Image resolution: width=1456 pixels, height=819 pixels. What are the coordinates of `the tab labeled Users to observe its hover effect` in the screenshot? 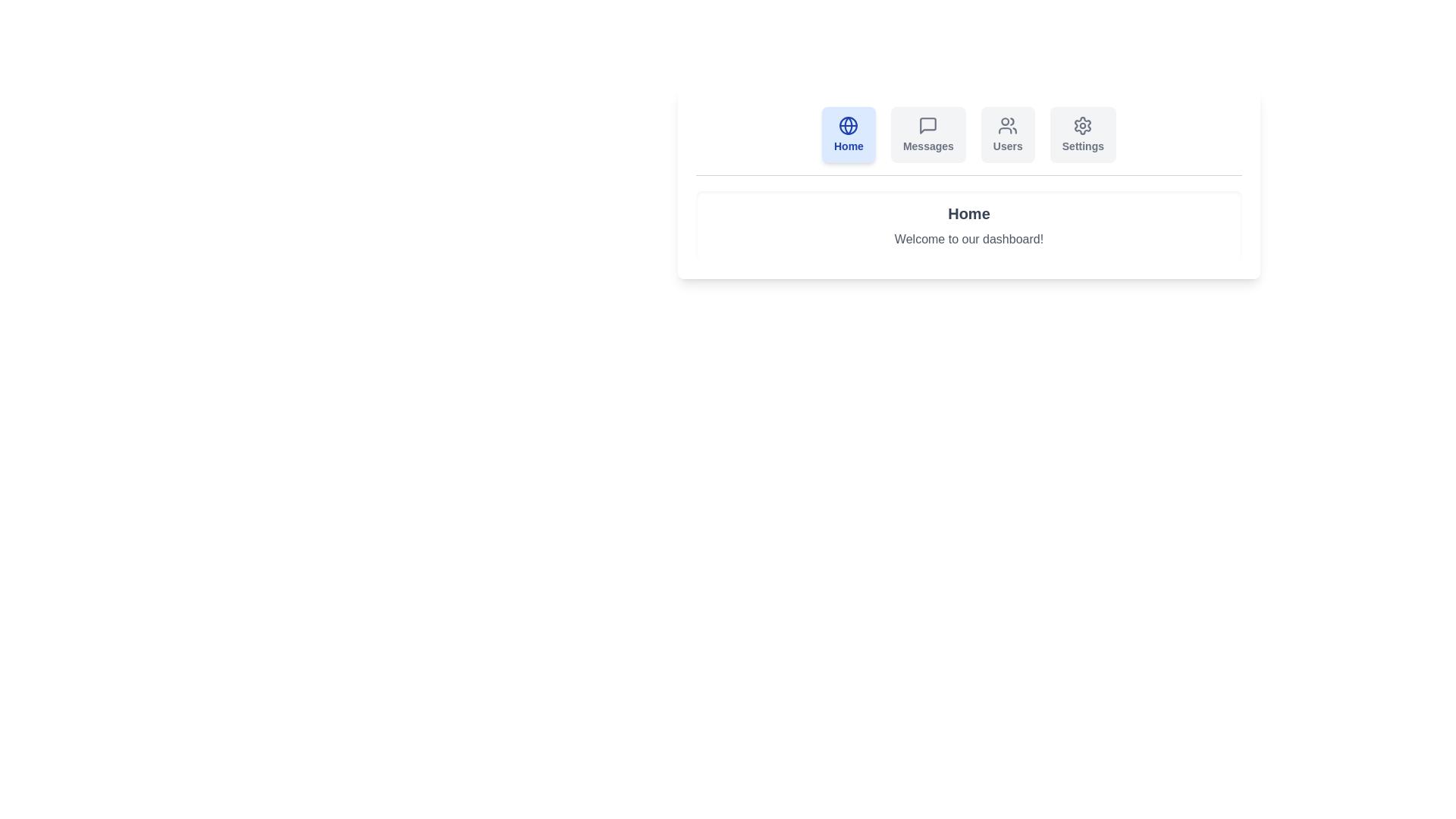 It's located at (1008, 133).